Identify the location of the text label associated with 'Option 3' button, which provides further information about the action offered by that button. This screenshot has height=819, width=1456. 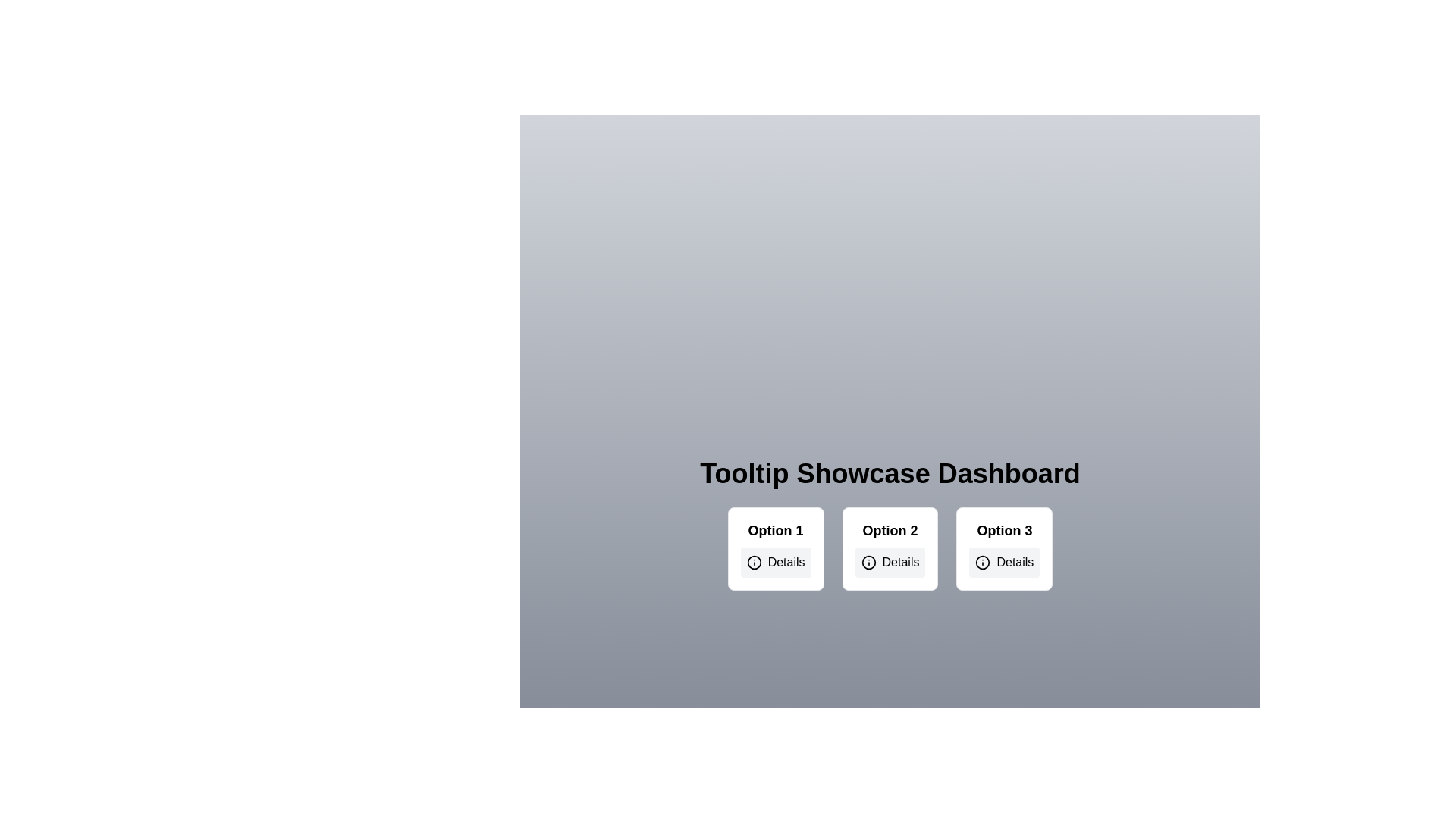
(1015, 562).